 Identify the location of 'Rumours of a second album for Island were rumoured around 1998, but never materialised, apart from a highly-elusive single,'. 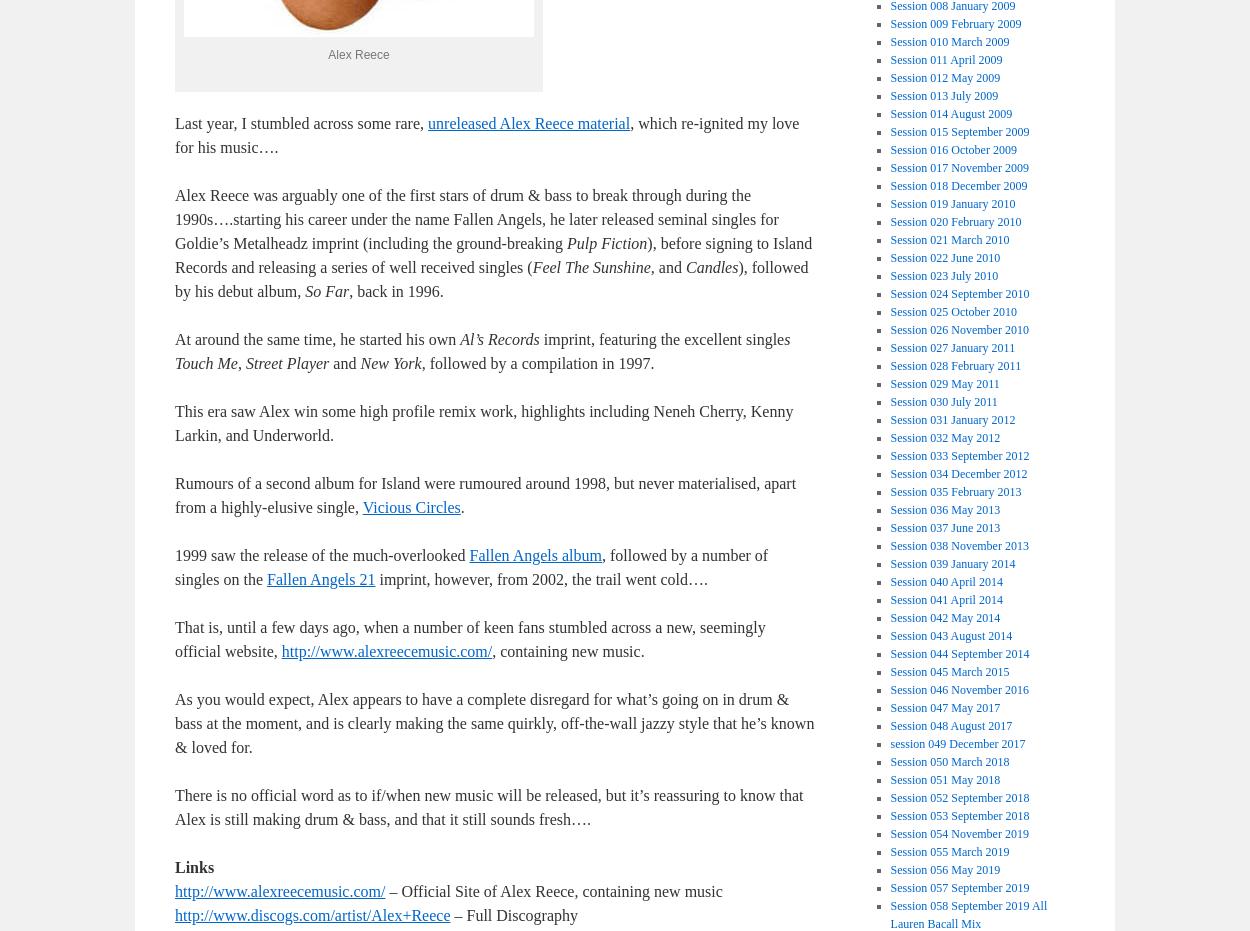
(484, 495).